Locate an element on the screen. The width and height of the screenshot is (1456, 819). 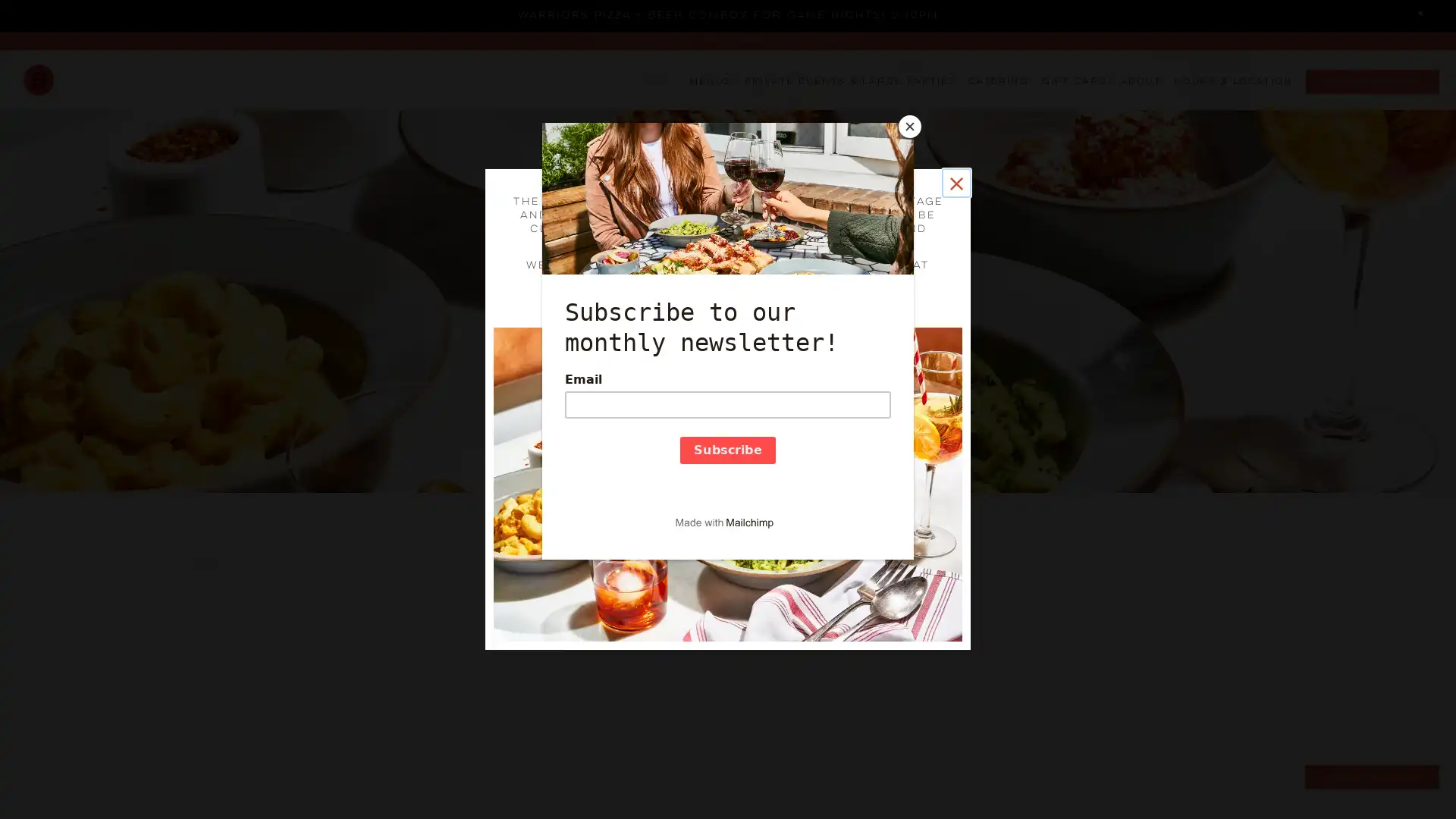
PLAYING HERO GALLERY, PRESS TO PAUSE IMAGES SLIDES is located at coordinates (726, 776).